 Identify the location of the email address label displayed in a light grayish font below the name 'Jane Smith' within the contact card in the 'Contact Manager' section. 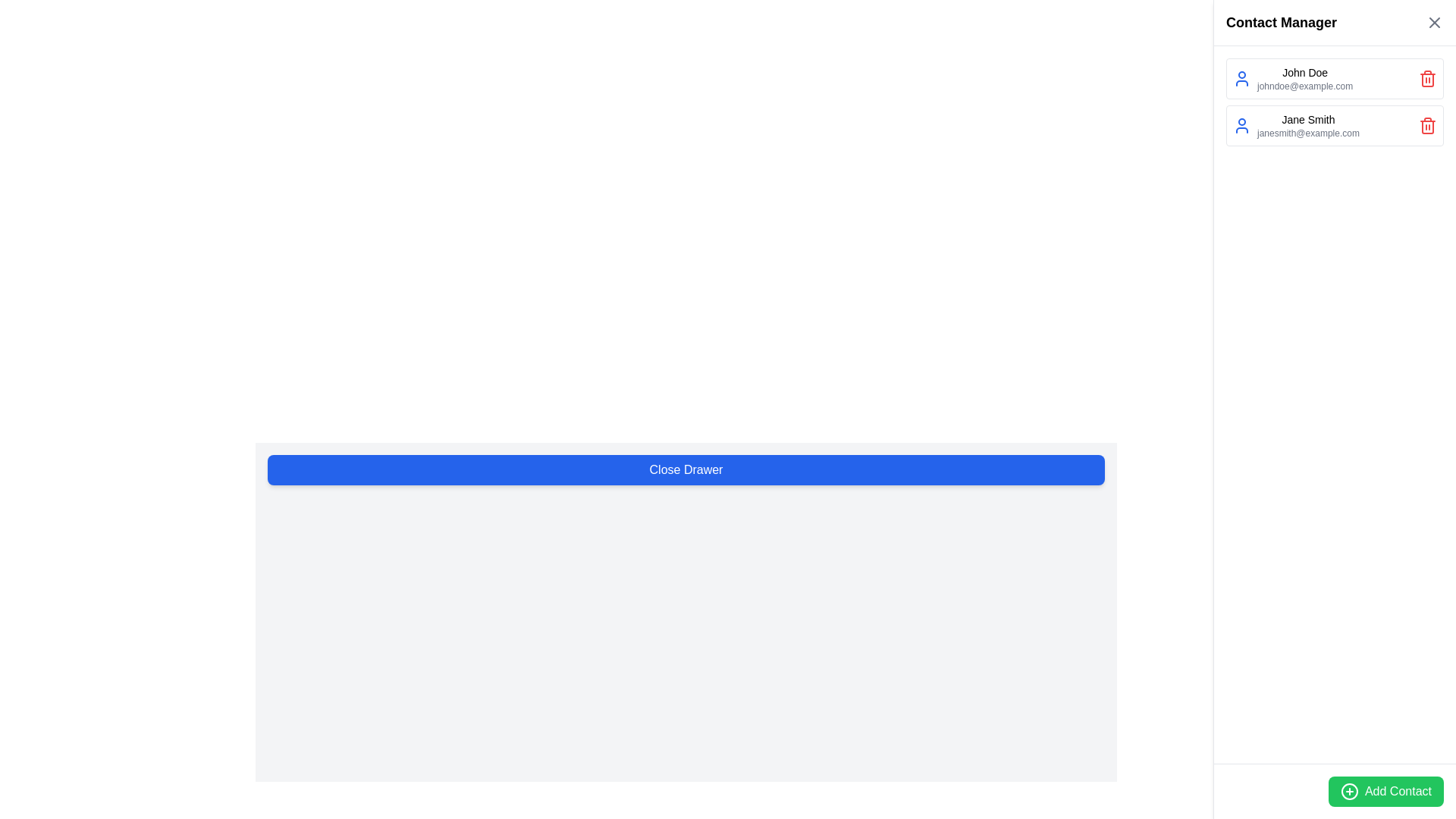
(1307, 133).